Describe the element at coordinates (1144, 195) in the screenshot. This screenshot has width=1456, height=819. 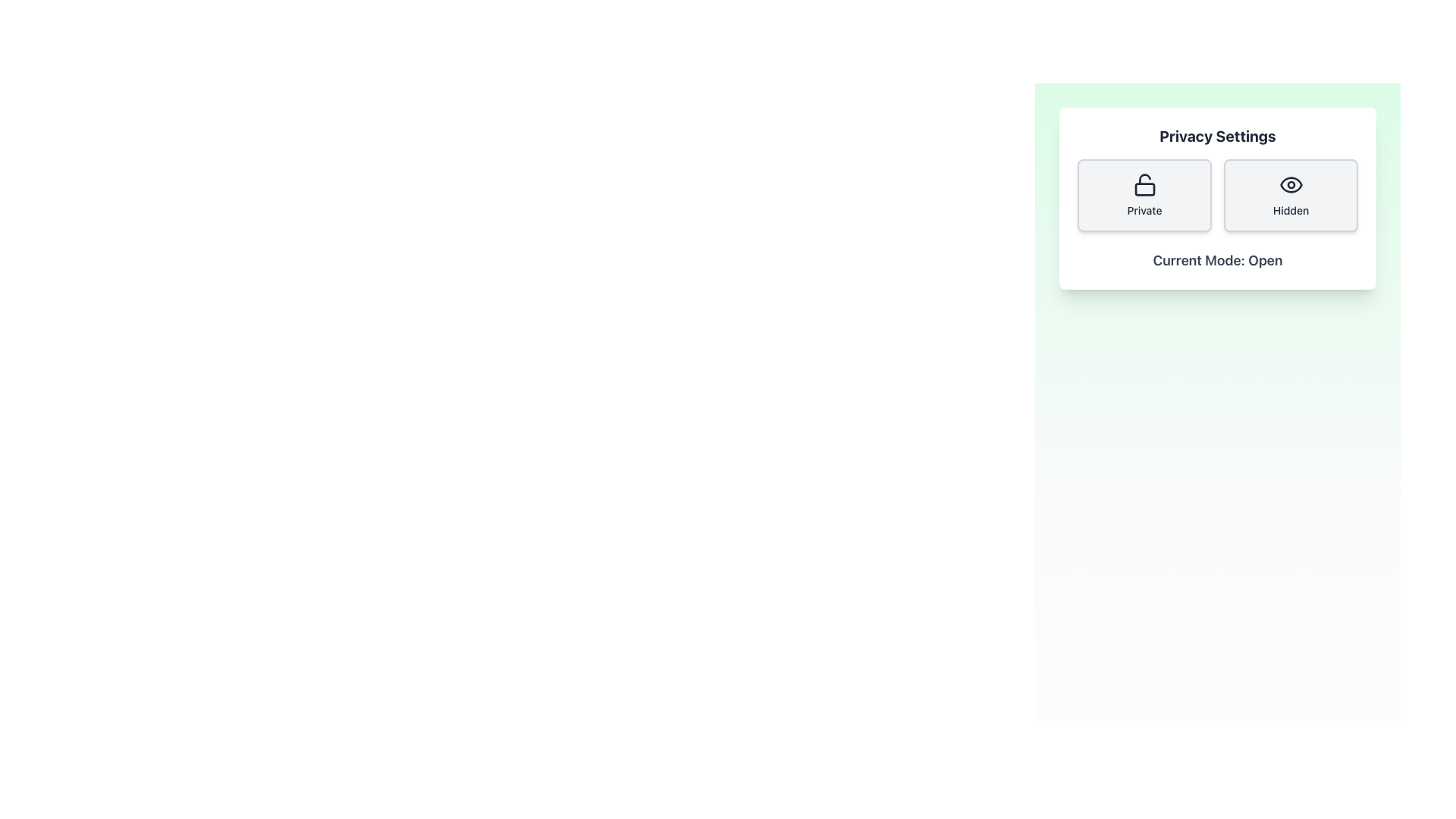
I see `the 'Private' button` at that location.